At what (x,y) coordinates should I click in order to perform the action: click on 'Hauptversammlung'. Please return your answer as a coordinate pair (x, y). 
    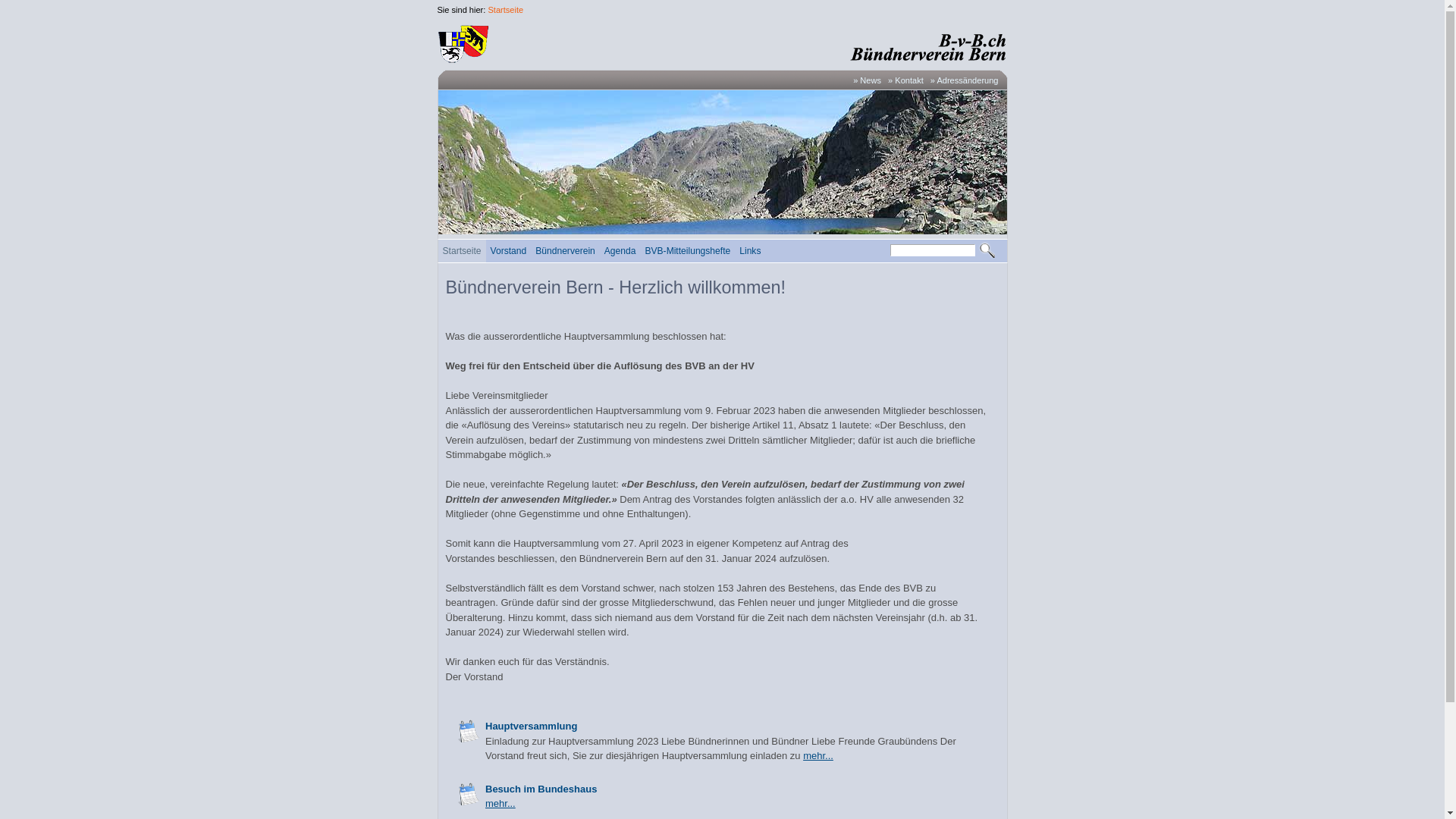
    Looking at the image, I should click on (468, 730).